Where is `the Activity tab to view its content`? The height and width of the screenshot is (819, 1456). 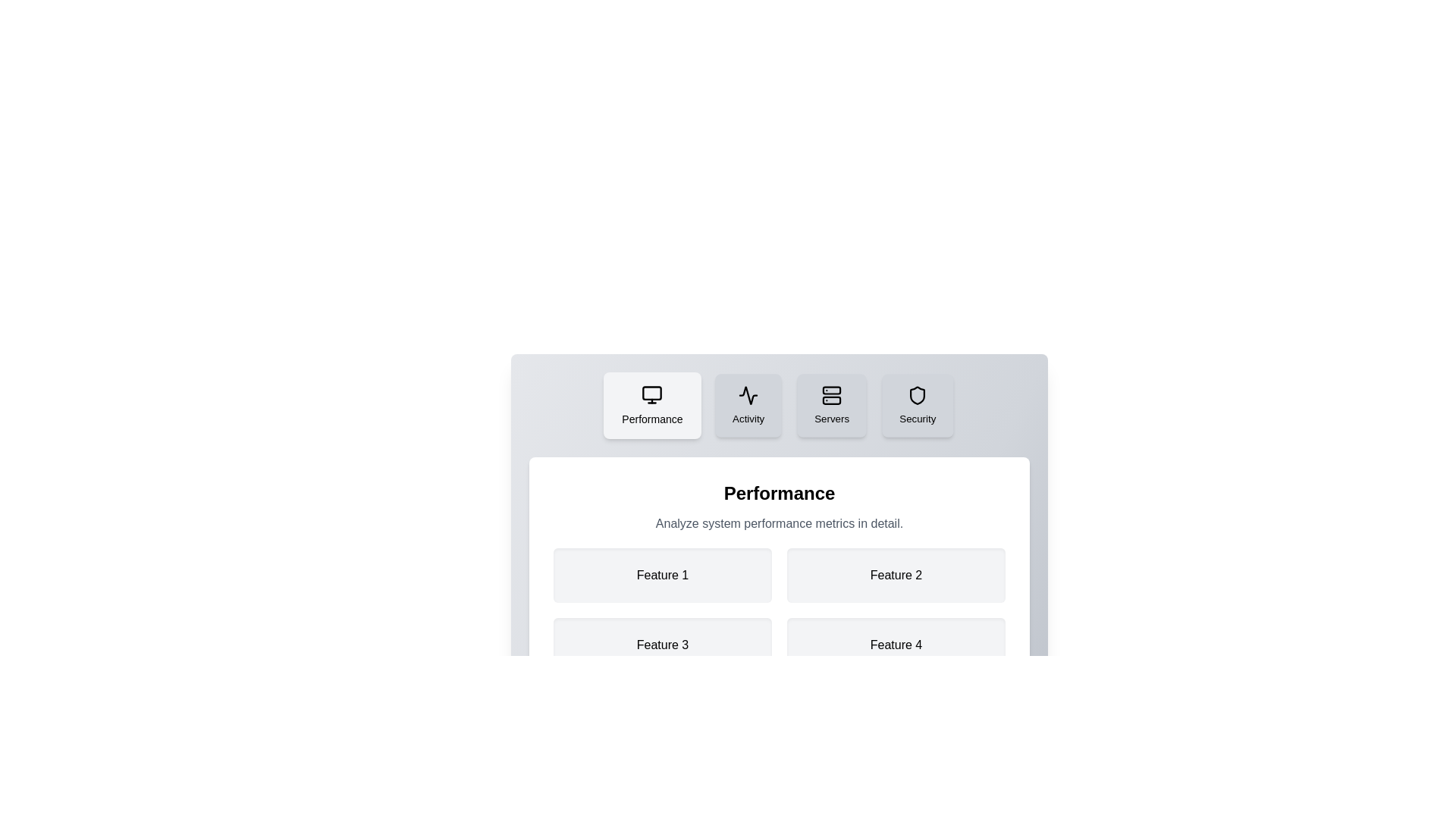
the Activity tab to view its content is located at coordinates (747, 405).